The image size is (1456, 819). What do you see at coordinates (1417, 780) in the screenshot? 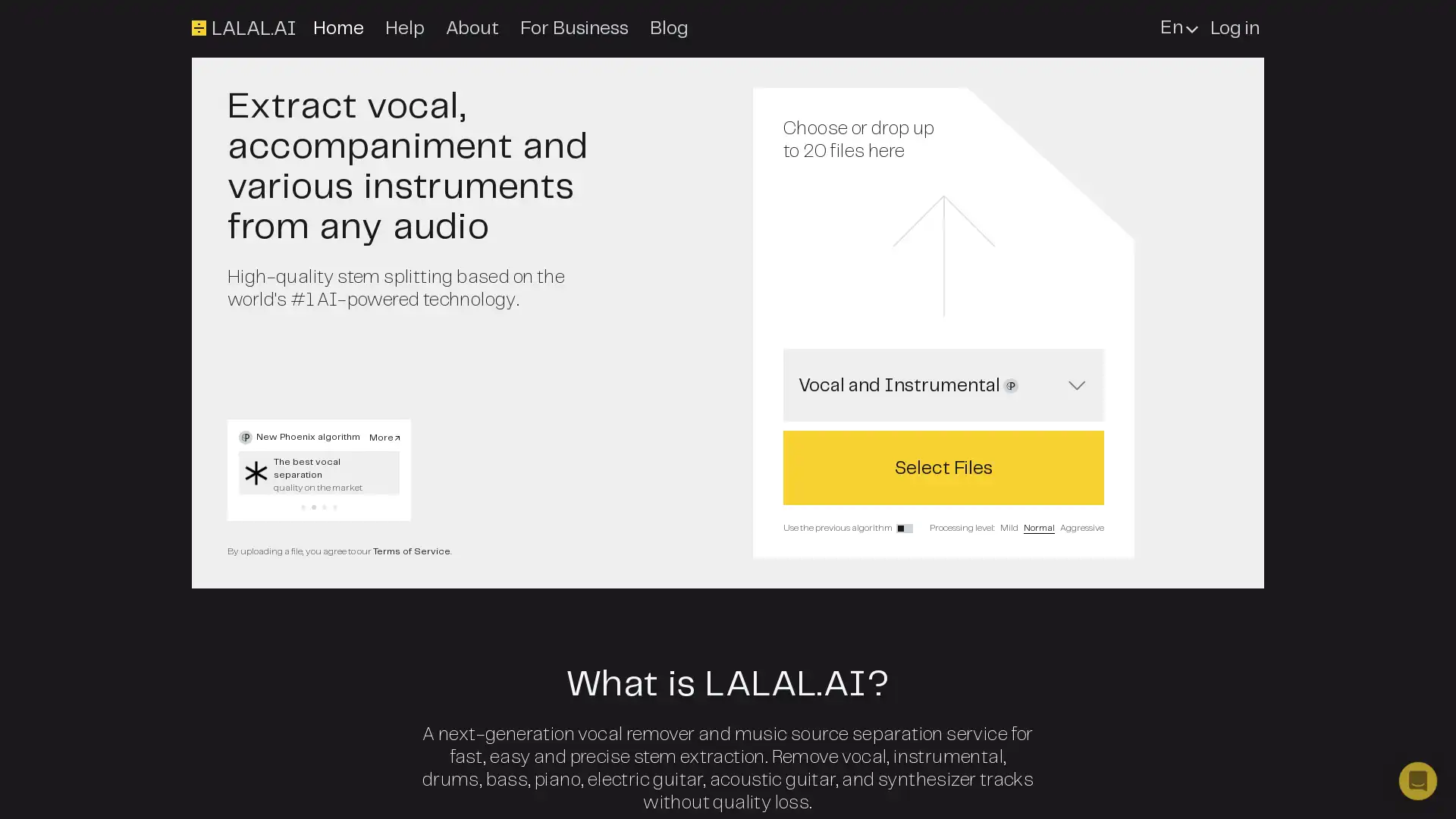
I see `Open Intercom Messenger` at bounding box center [1417, 780].